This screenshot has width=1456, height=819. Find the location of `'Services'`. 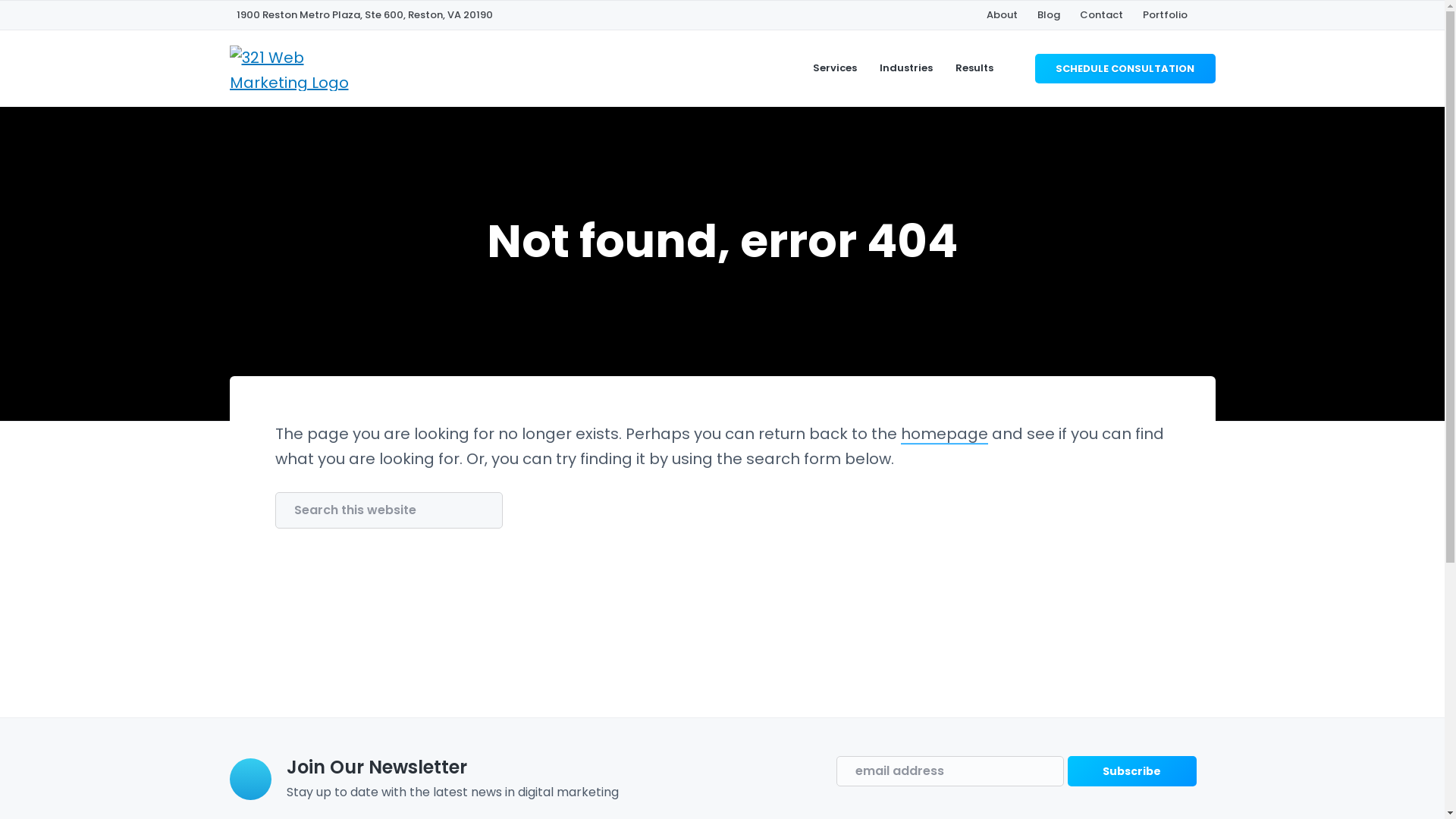

'Services' is located at coordinates (833, 67).